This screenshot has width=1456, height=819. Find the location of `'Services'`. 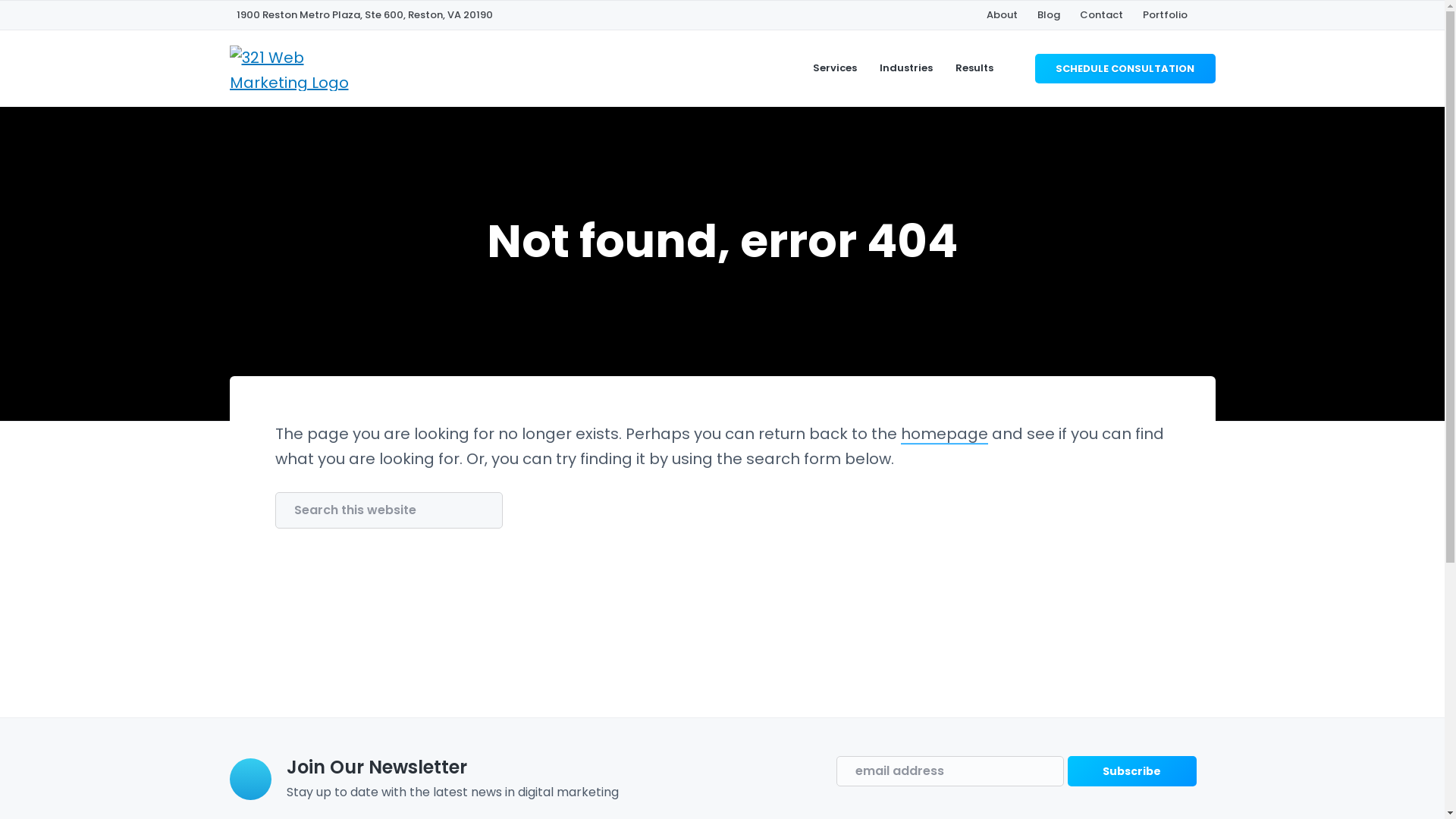

'Services' is located at coordinates (833, 67).